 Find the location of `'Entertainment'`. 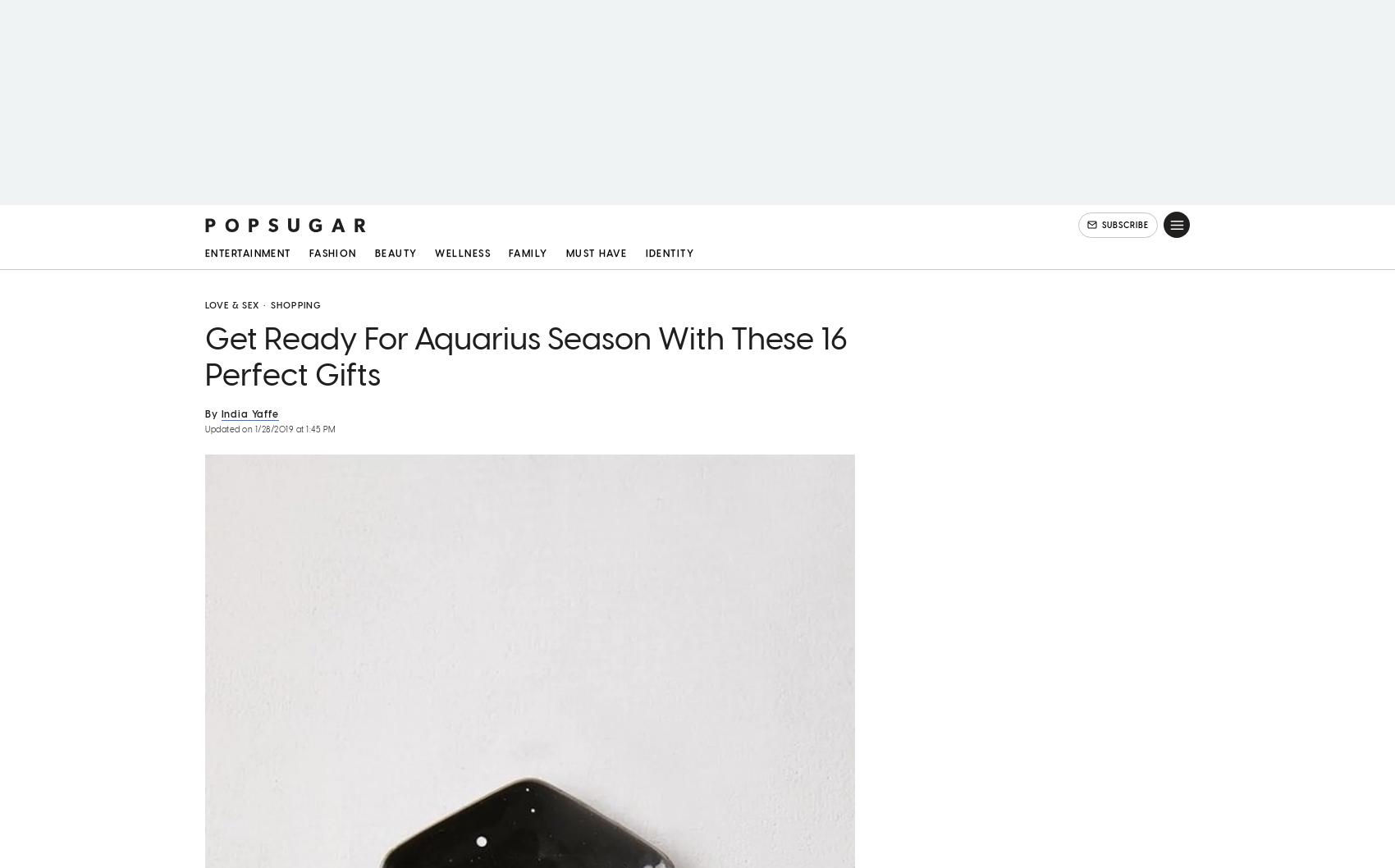

'Entertainment' is located at coordinates (247, 255).